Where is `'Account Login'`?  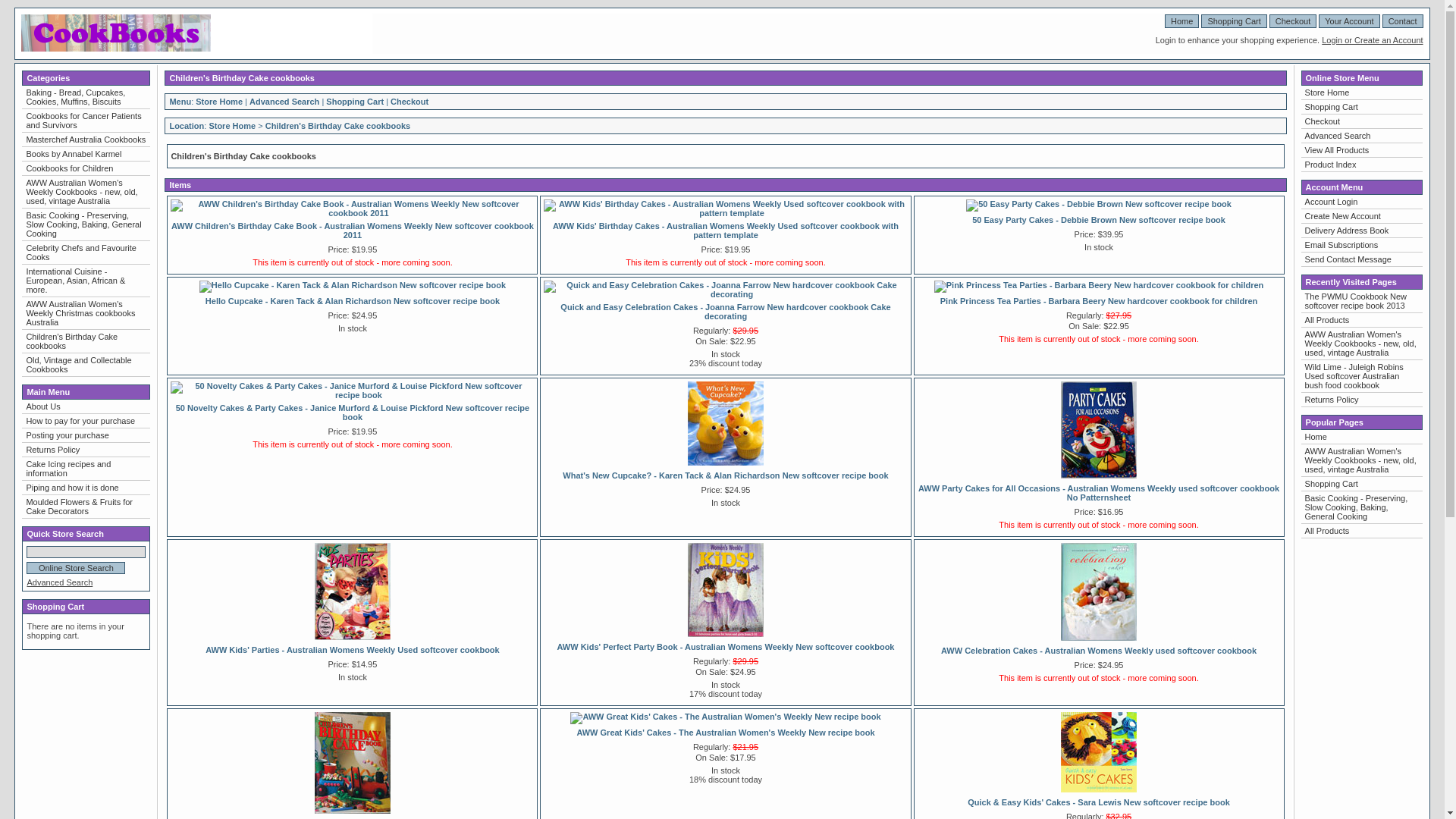 'Account Login' is located at coordinates (1361, 201).